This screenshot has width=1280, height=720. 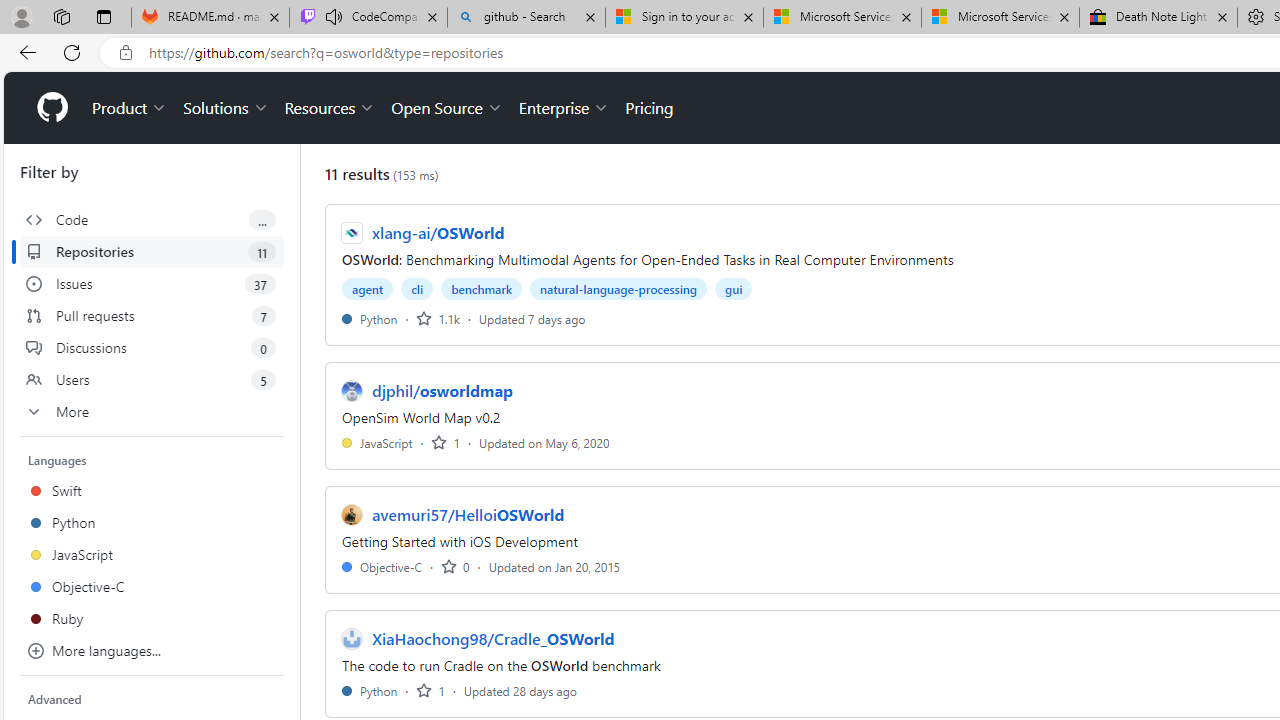 I want to click on 'JavaScript', so click(x=377, y=441).